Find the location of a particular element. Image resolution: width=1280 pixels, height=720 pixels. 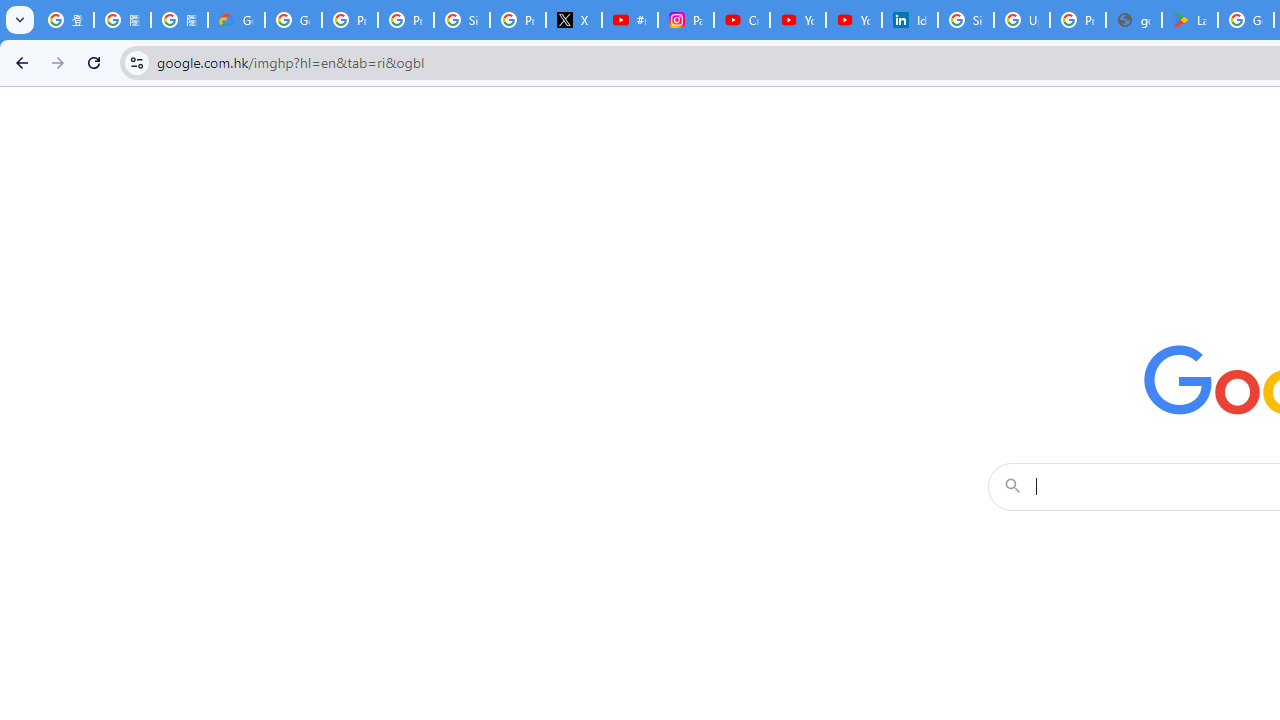

'Google Cloud Privacy Notice' is located at coordinates (236, 20).